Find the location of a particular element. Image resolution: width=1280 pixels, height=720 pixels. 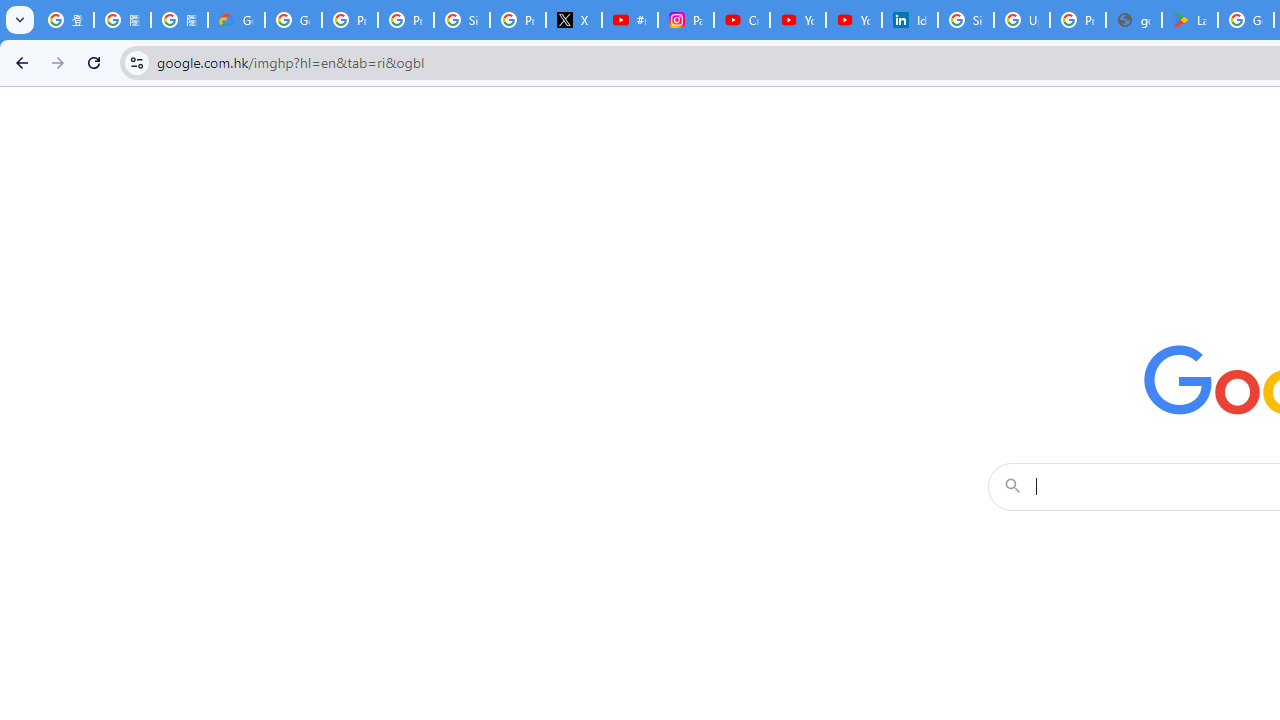

'Google Cloud Privacy Notice' is located at coordinates (236, 20).